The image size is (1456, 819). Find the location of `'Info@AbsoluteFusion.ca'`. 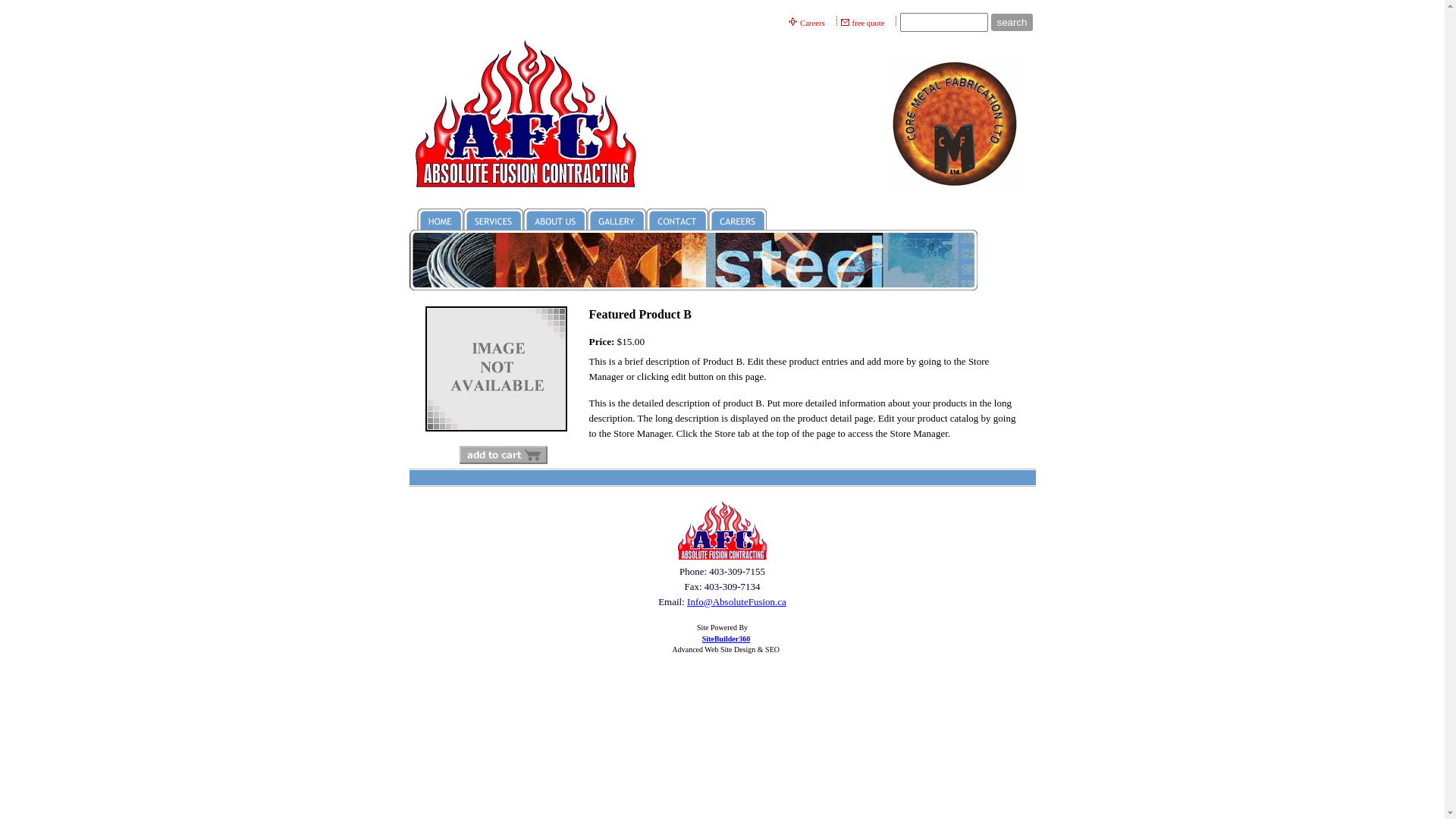

'Info@AbsoluteFusion.ca' is located at coordinates (686, 601).